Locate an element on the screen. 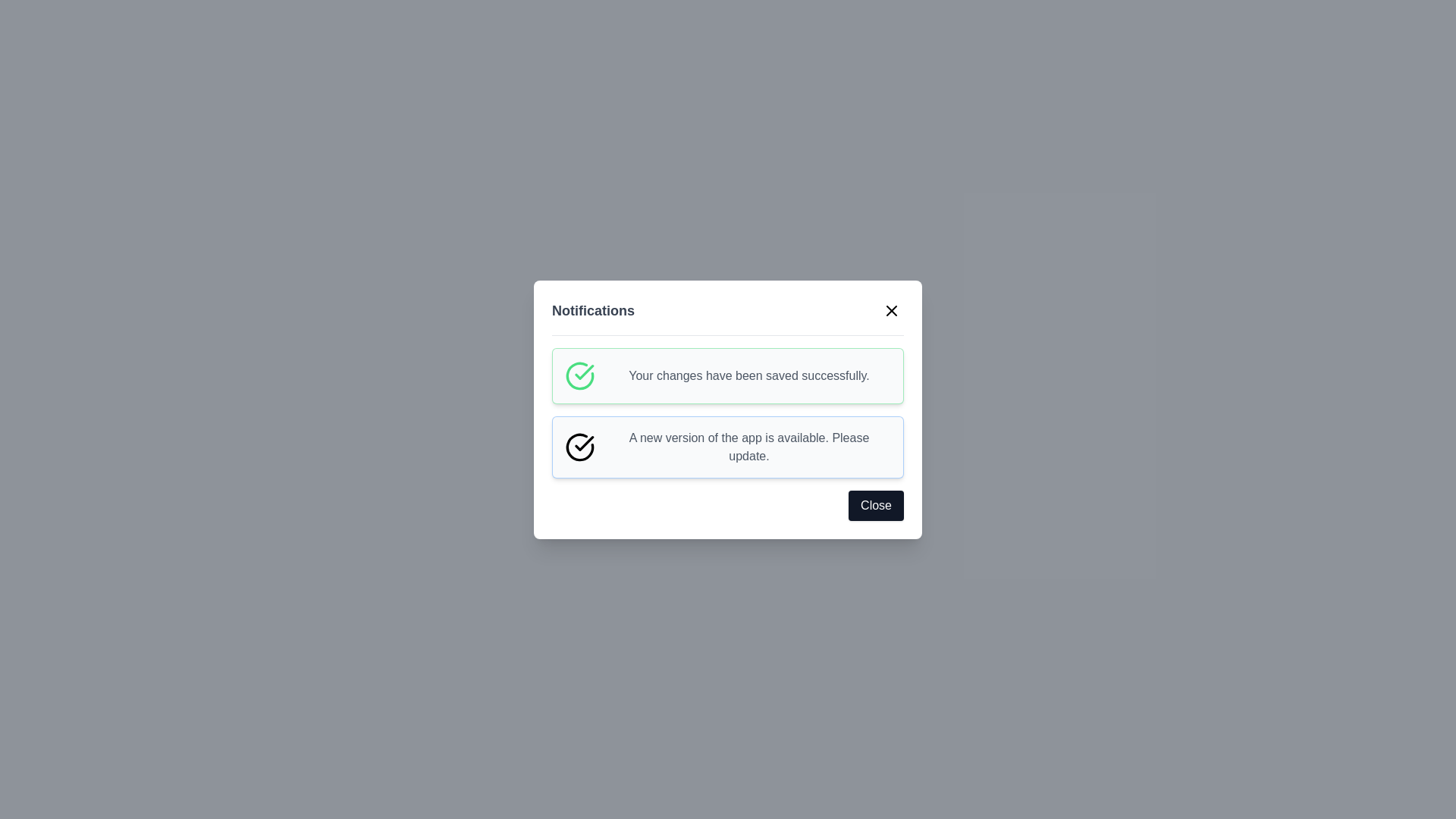  the close button located in the bottom-right corner of the modal dialog is located at coordinates (876, 505).